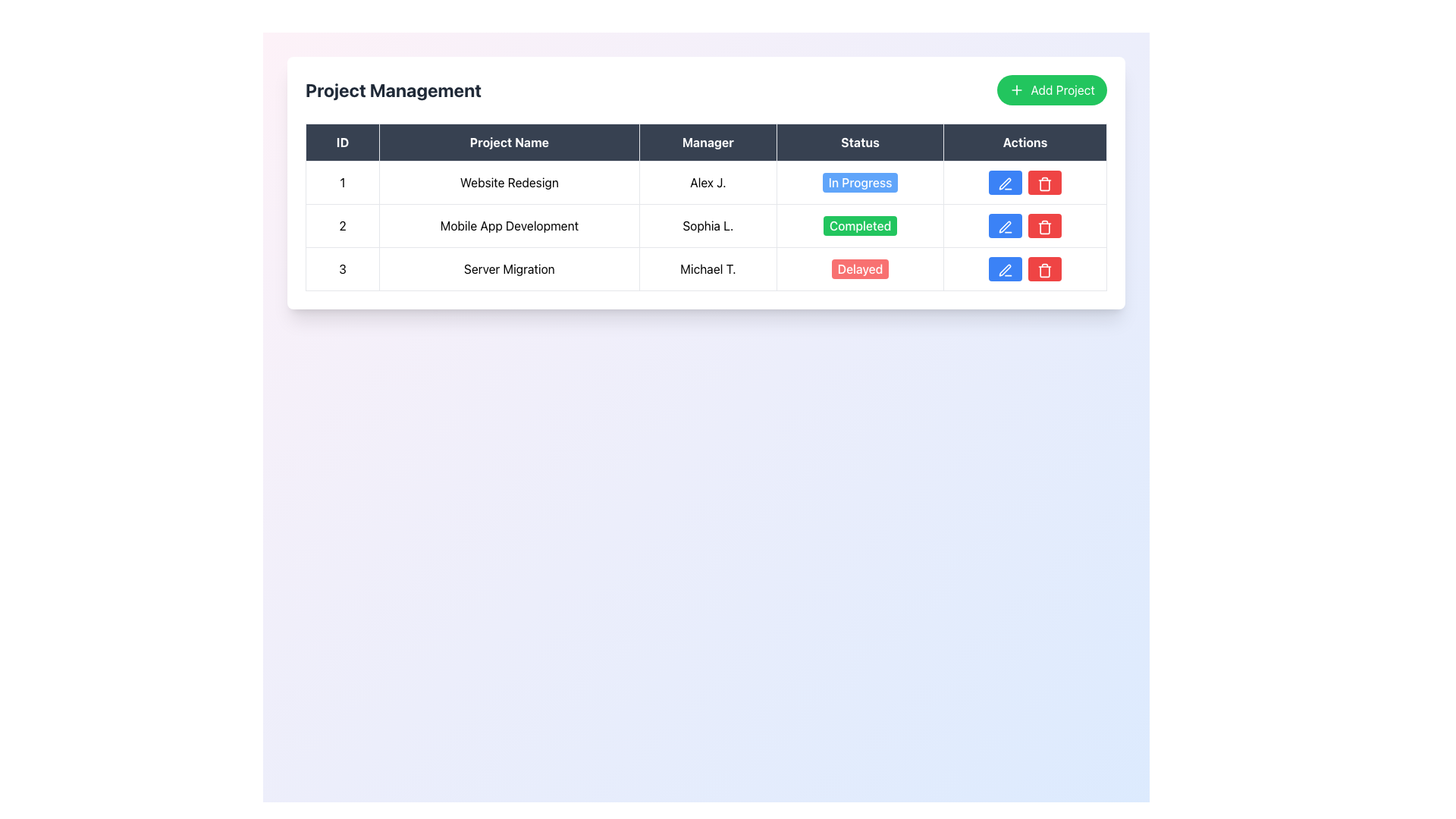  Describe the element at coordinates (1005, 227) in the screenshot. I see `the edit icon button in the 'Actions' column of the second row` at that location.